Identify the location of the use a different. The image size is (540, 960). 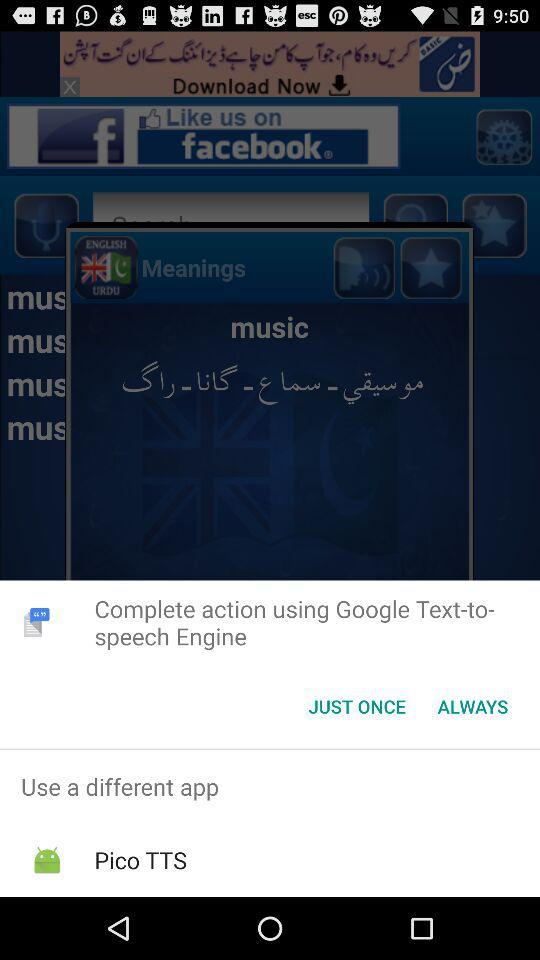
(270, 786).